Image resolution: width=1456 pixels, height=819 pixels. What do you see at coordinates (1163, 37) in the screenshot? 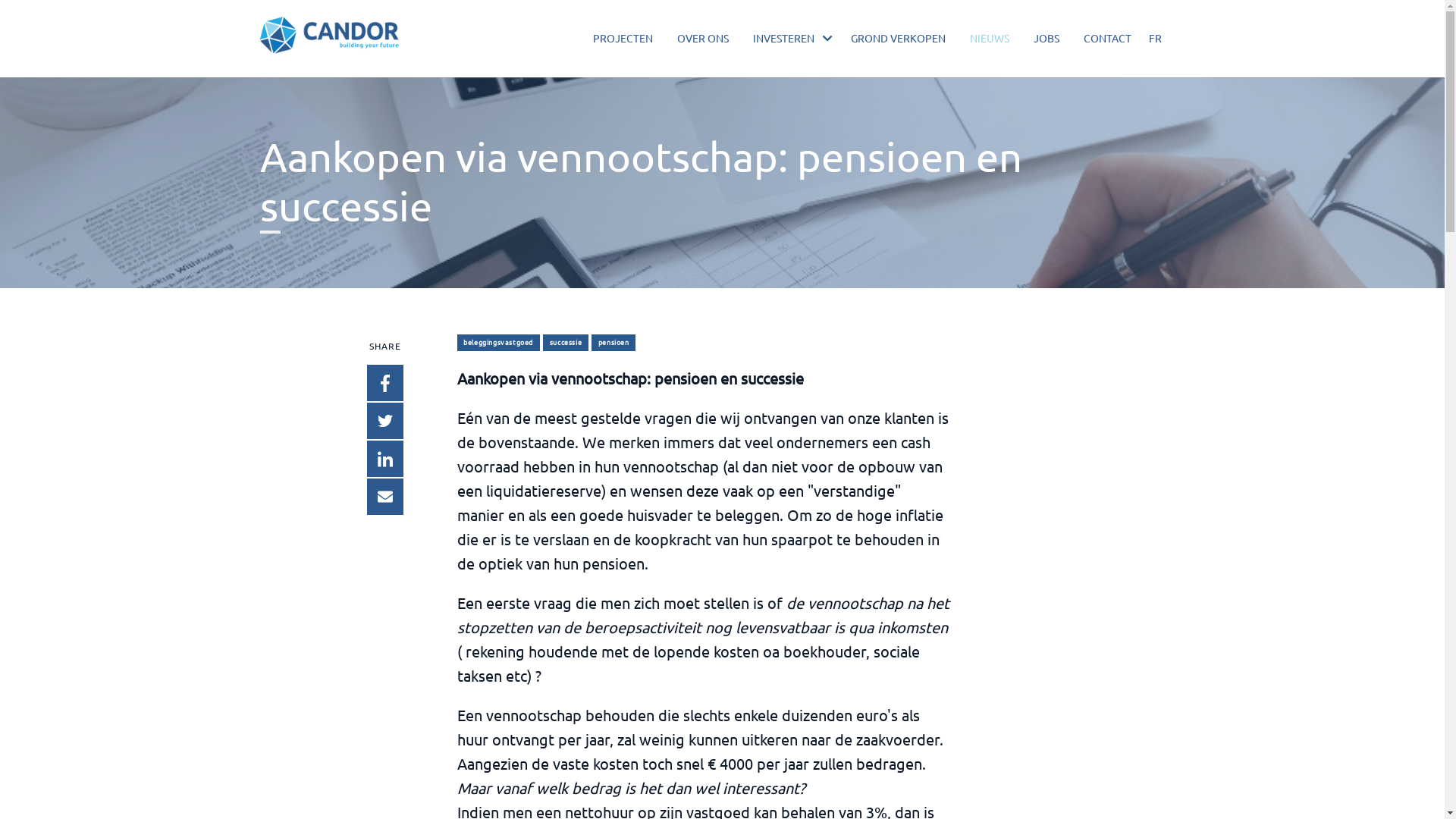
I see `'FR'` at bounding box center [1163, 37].